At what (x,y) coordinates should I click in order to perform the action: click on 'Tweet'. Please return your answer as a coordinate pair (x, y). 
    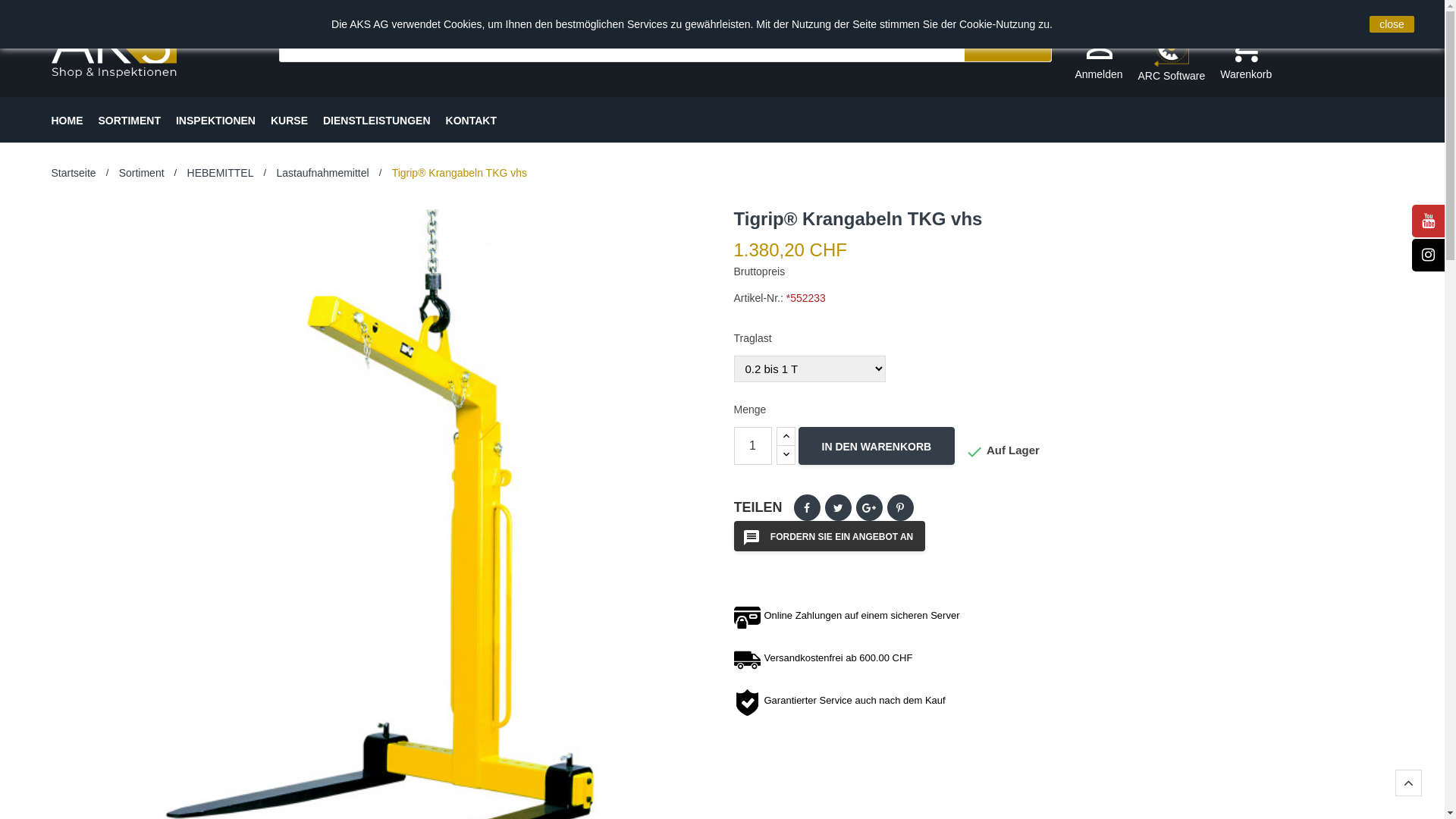
    Looking at the image, I should click on (837, 507).